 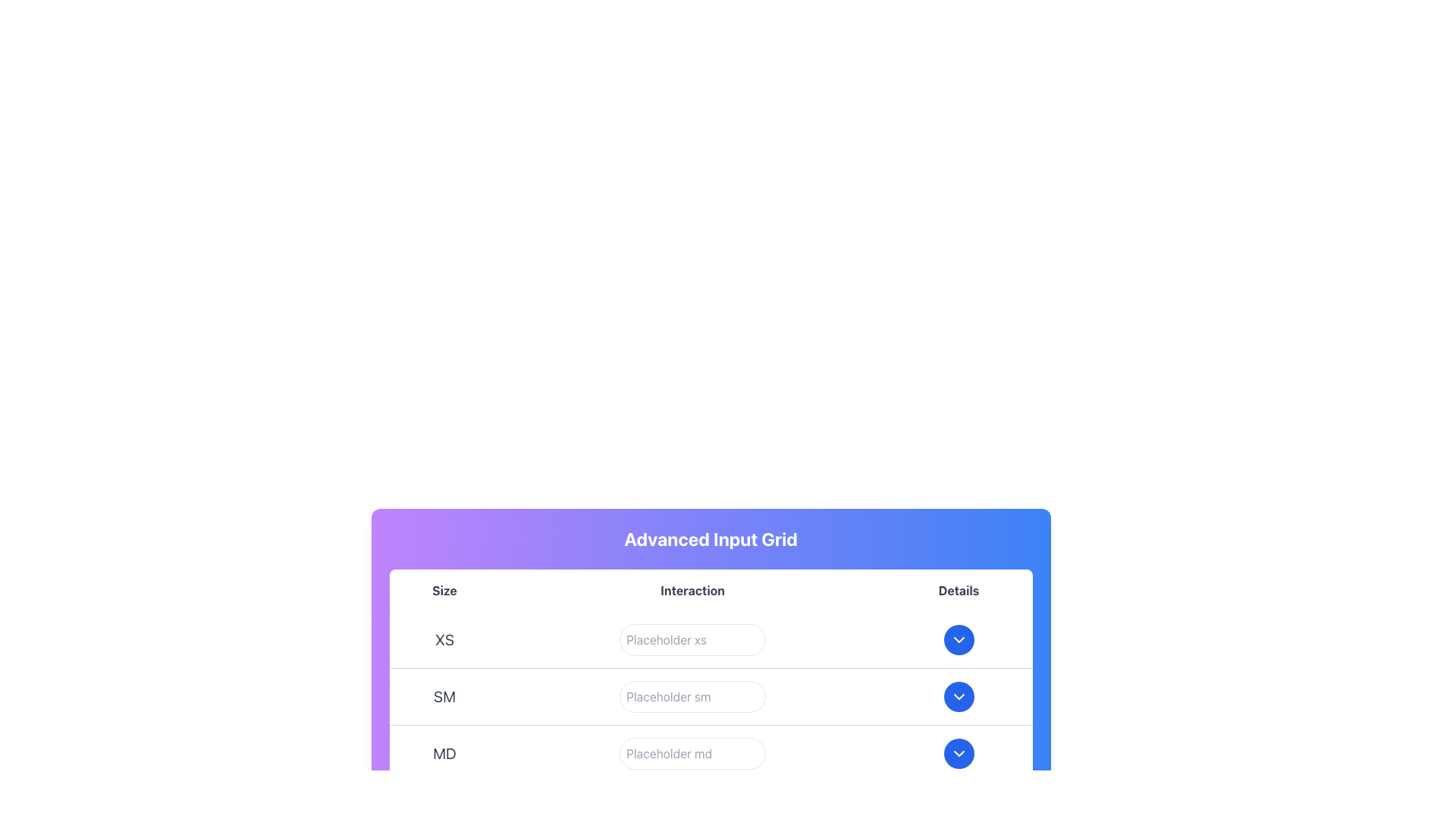 I want to click on the text input box with rounded edges and placeholder text 'Placeholder md' located under the 'Interaction' column of the 'MD' row to focus on it, so click(x=692, y=754).